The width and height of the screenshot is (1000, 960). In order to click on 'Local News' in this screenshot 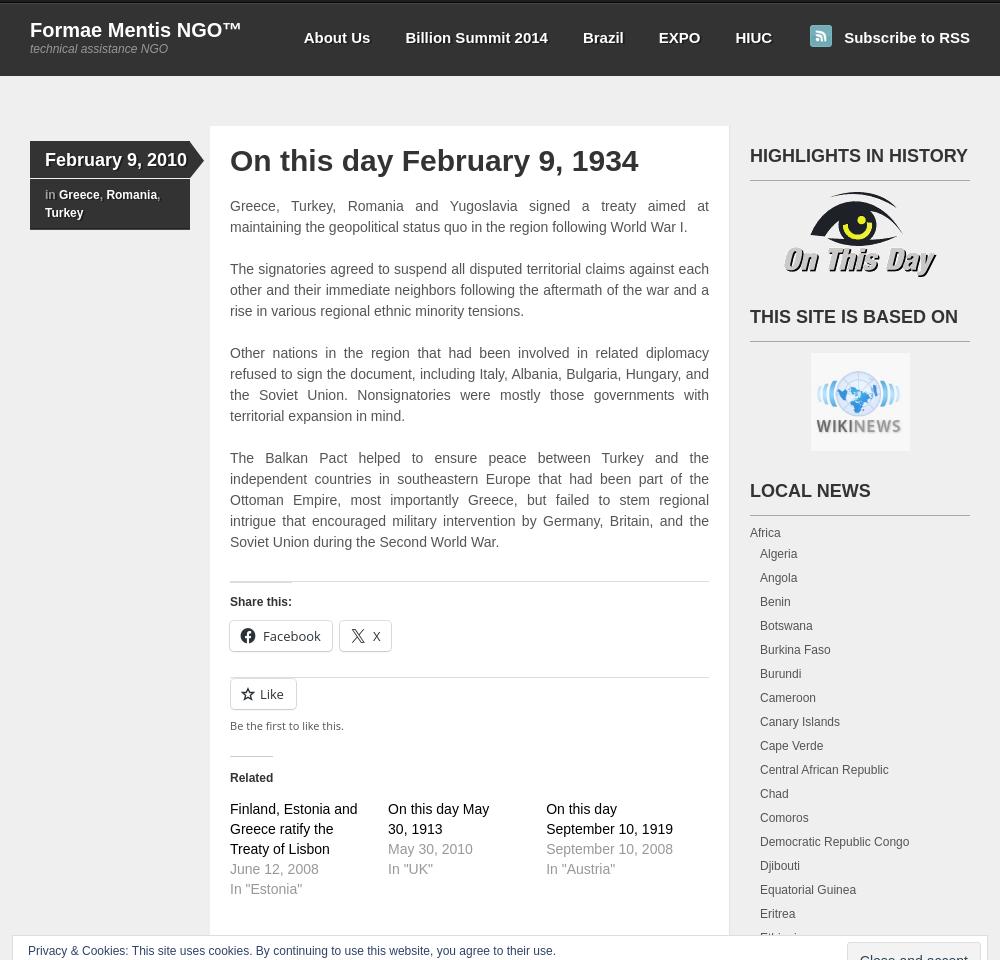, I will do `click(810, 490)`.